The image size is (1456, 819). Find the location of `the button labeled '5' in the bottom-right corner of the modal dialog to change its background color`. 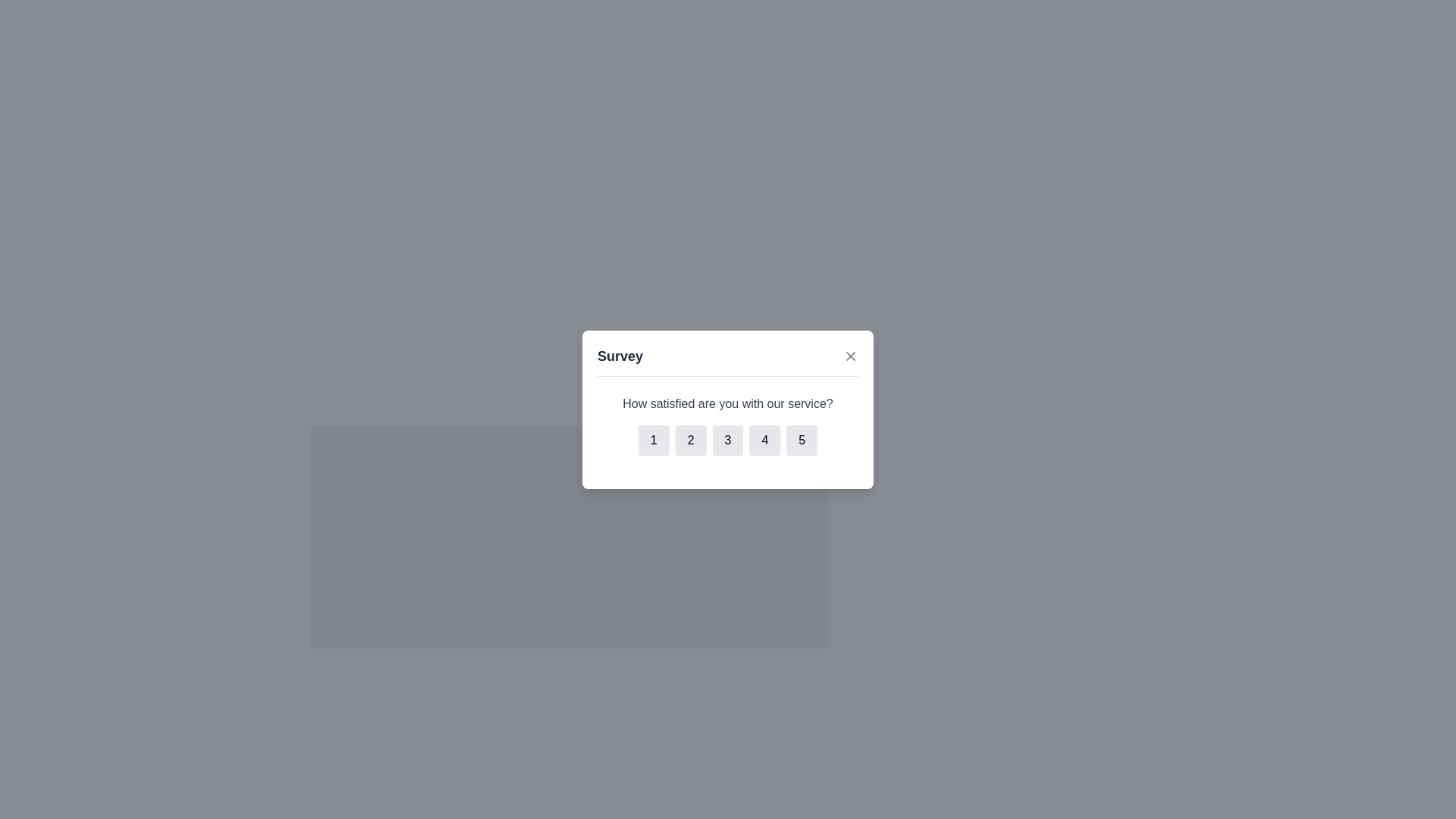

the button labeled '5' in the bottom-right corner of the modal dialog to change its background color is located at coordinates (801, 440).